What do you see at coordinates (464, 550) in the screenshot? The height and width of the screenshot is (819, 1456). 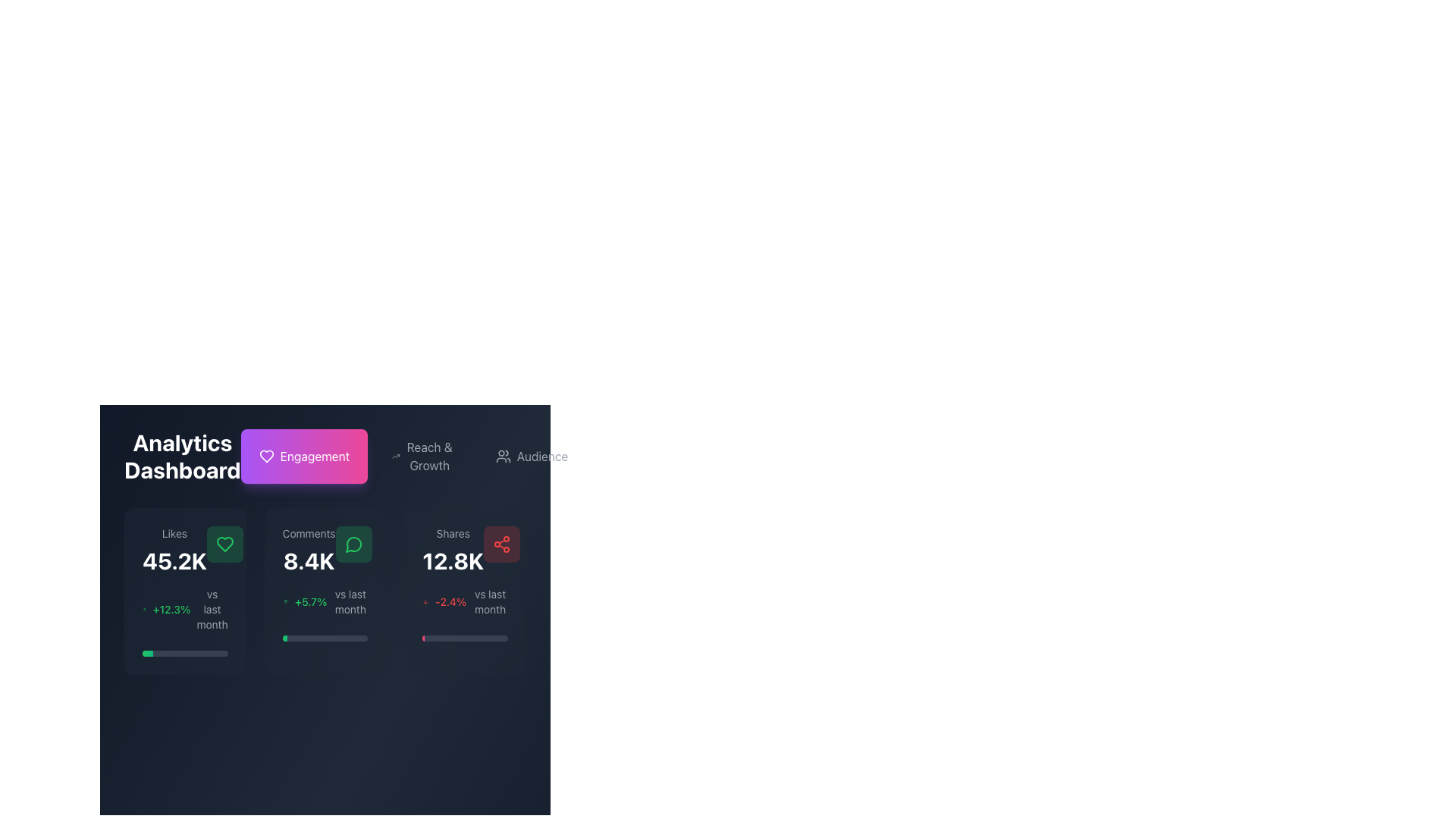 I see `the Text Display and Icon Combination that shows the number of shares (12.8K) below the text 'Shares' and to the left of a red share icon in the third column of the dashboard interface` at bounding box center [464, 550].